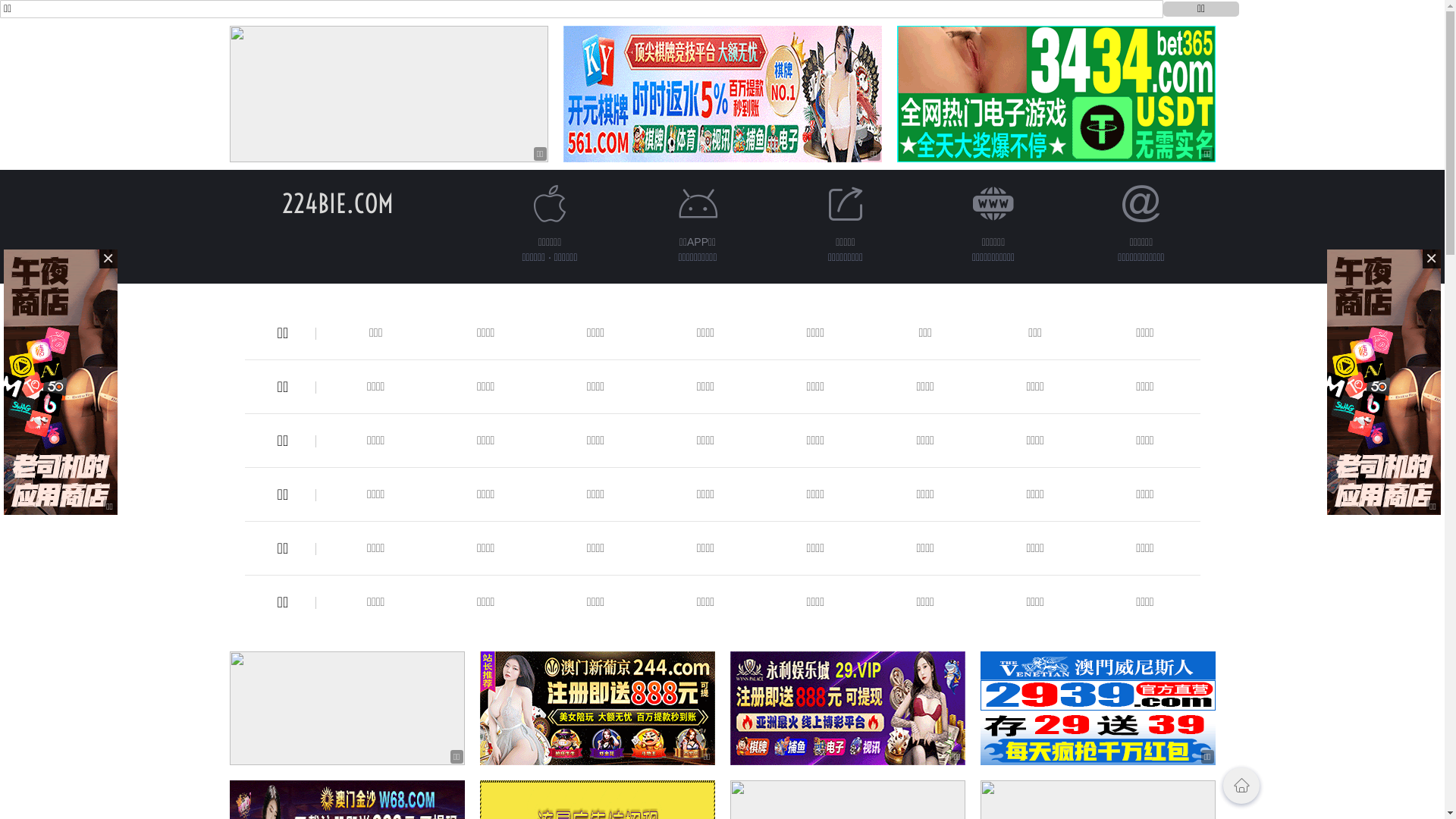 The width and height of the screenshot is (1456, 819). Describe the element at coordinates (282, 202) in the screenshot. I see `'224BIE.COM'` at that location.